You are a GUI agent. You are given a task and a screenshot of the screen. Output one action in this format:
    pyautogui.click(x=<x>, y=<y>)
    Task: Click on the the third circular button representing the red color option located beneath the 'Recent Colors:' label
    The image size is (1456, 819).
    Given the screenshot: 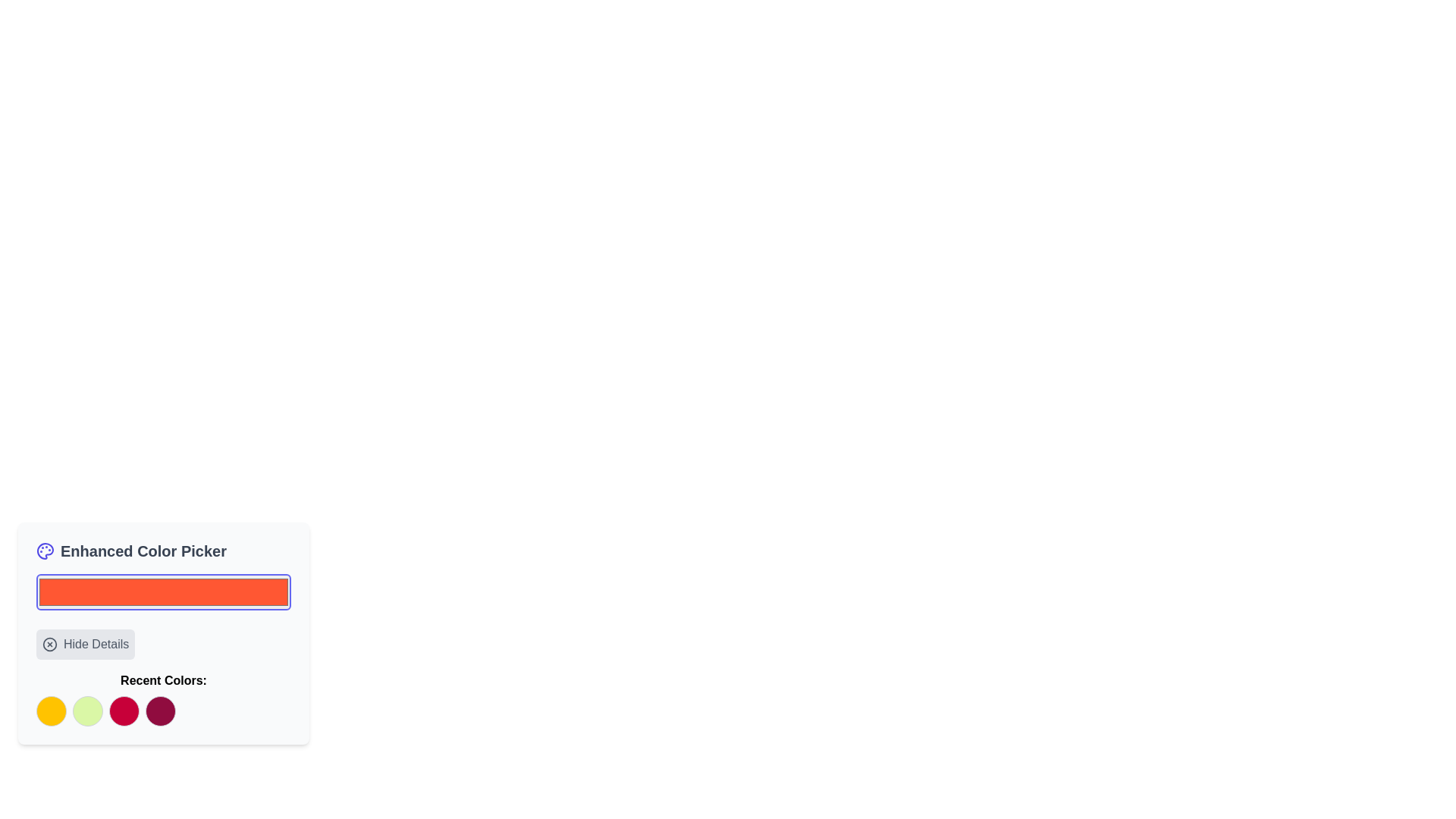 What is the action you would take?
    pyautogui.click(x=124, y=711)
    